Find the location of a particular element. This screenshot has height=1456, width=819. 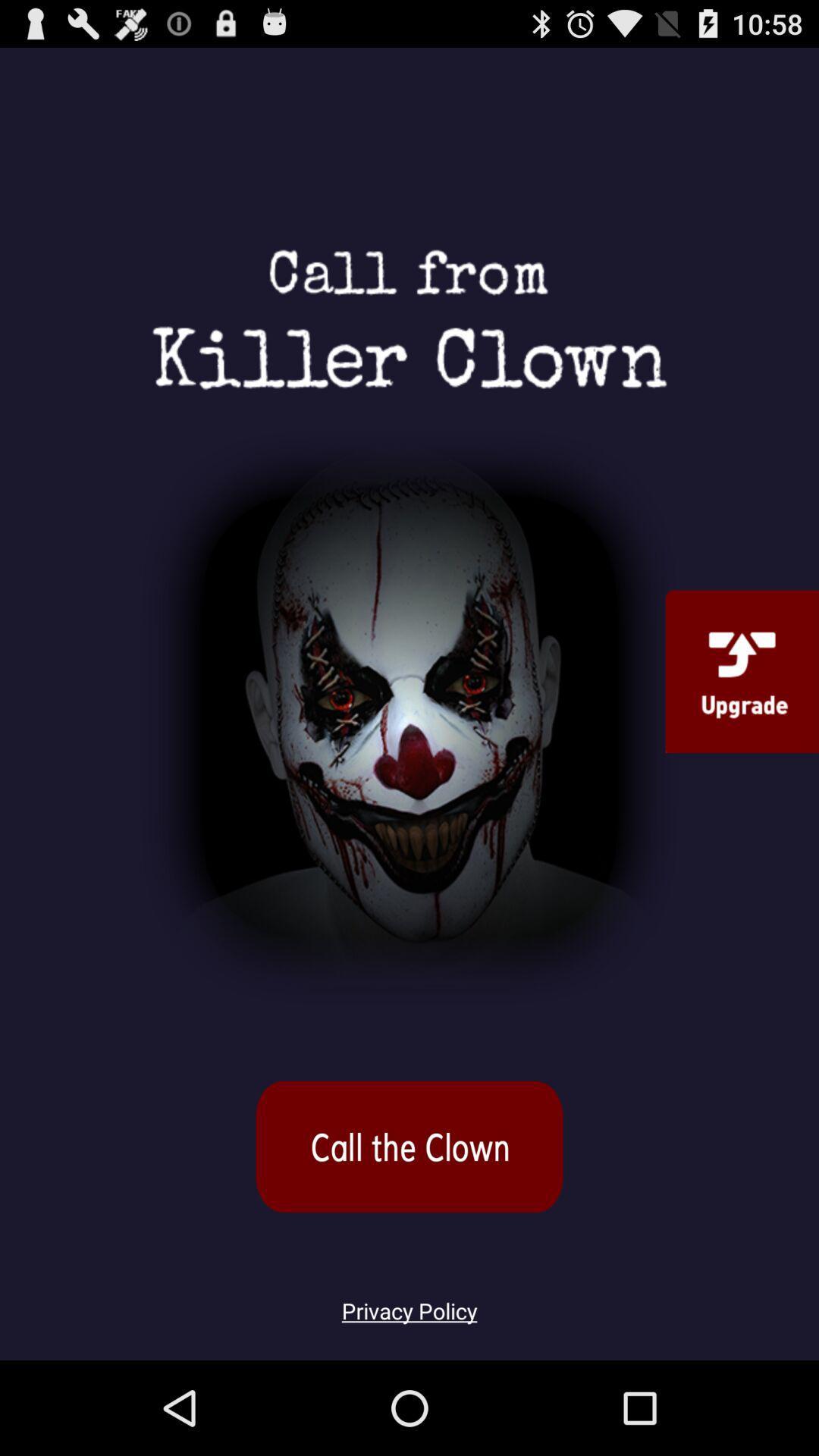

upgrade app is located at coordinates (741, 670).